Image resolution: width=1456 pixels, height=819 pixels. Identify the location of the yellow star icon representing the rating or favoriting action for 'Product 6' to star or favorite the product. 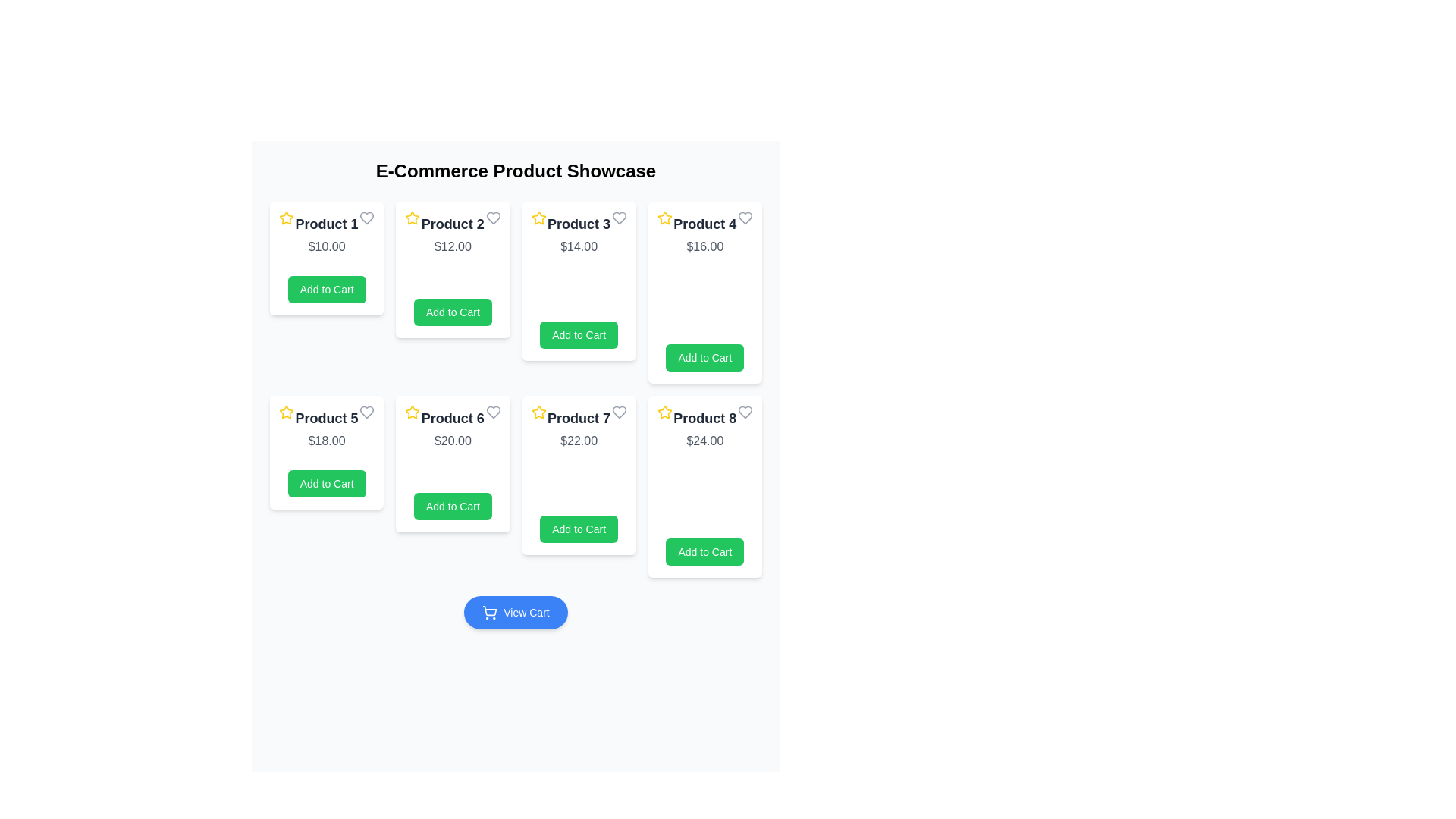
(413, 412).